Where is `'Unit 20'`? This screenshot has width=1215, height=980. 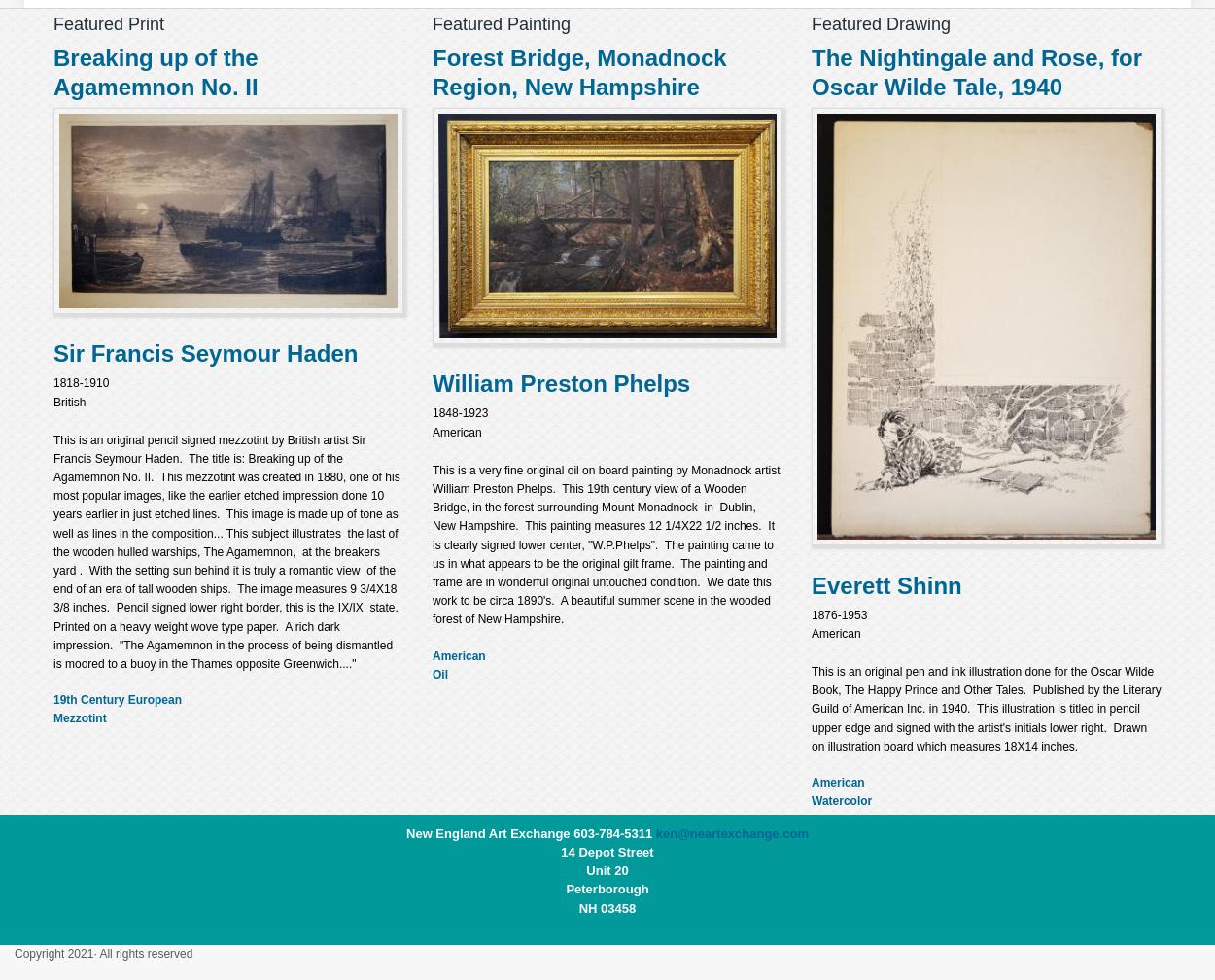
'Unit 20' is located at coordinates (585, 870).